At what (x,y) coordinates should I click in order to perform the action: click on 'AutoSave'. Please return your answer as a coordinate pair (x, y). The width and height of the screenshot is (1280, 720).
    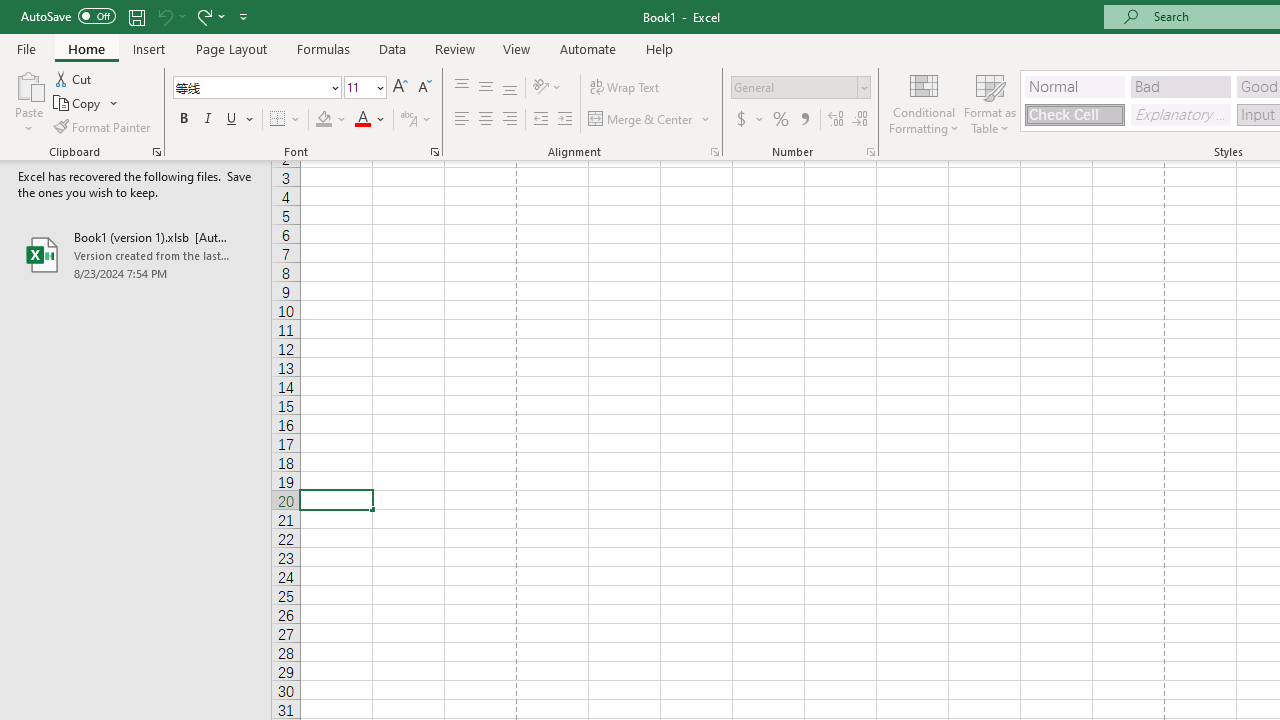
    Looking at the image, I should click on (68, 16).